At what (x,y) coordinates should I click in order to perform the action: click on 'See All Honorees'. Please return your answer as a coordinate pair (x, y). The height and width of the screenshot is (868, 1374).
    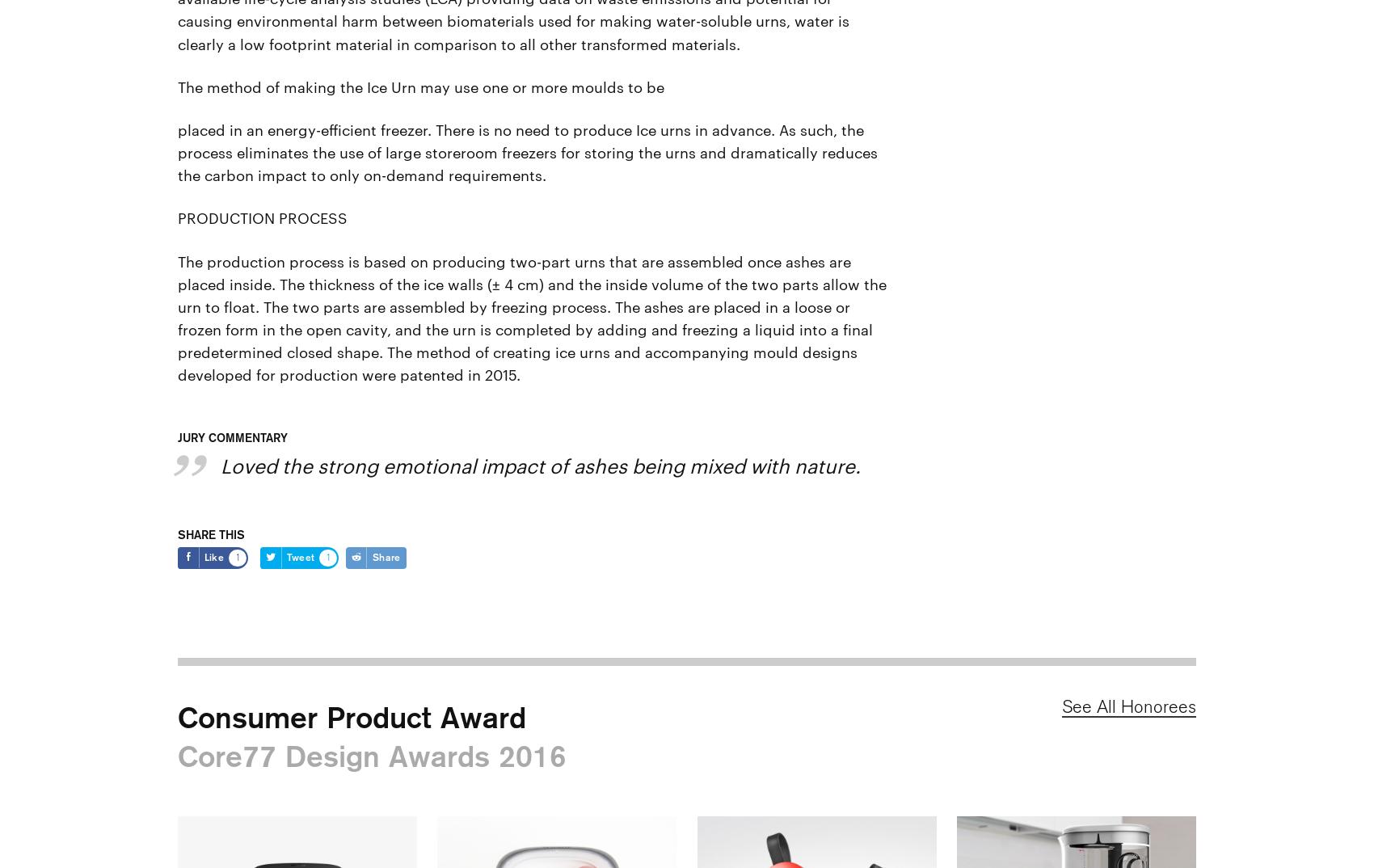
    Looking at the image, I should click on (1128, 706).